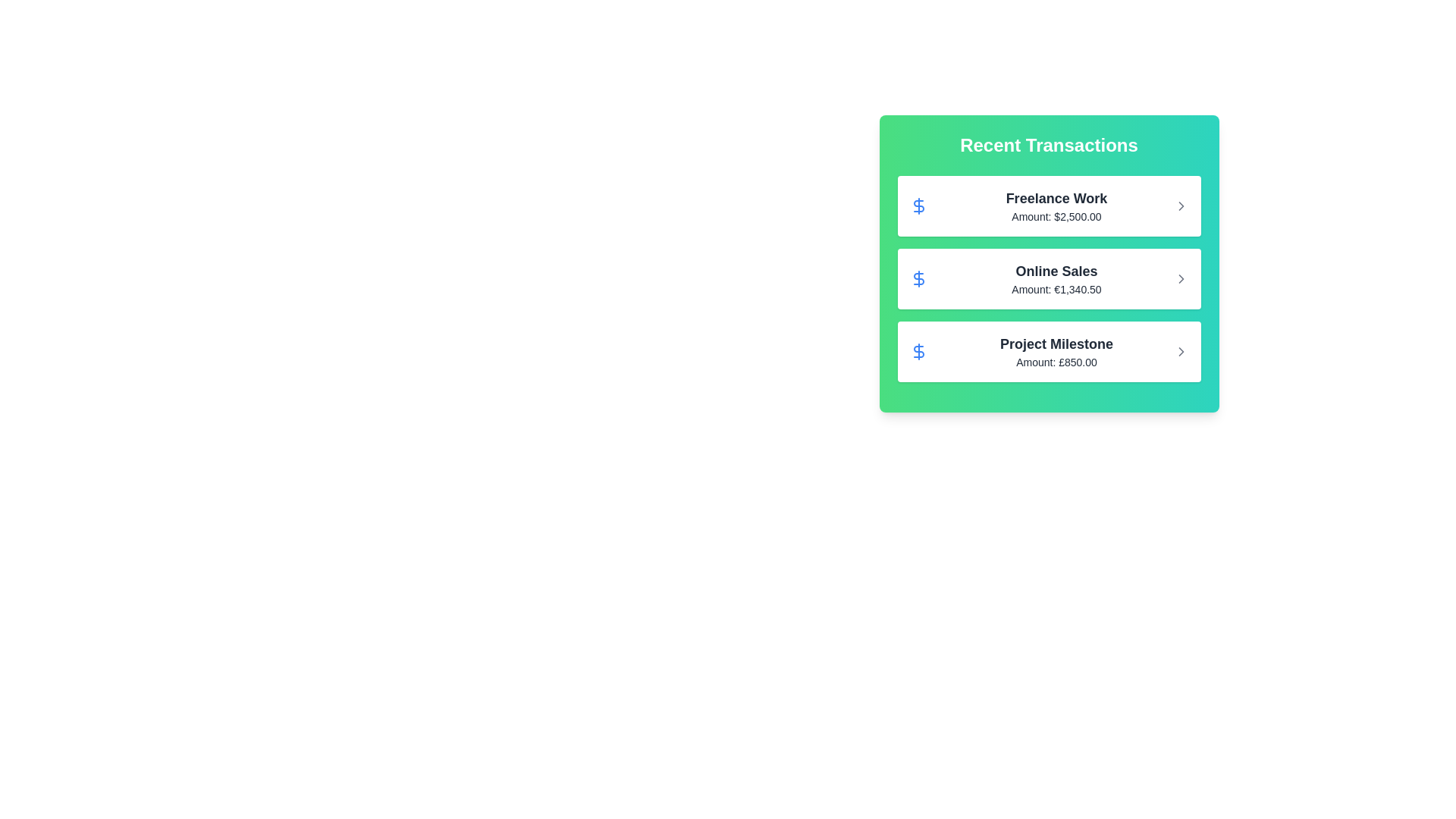 The width and height of the screenshot is (1456, 819). What do you see at coordinates (1056, 278) in the screenshot?
I see `the Text Display element that shows 'Online Sales' and 'Amount: €1,340.50', which is located in the Recent Transactions panel` at bounding box center [1056, 278].